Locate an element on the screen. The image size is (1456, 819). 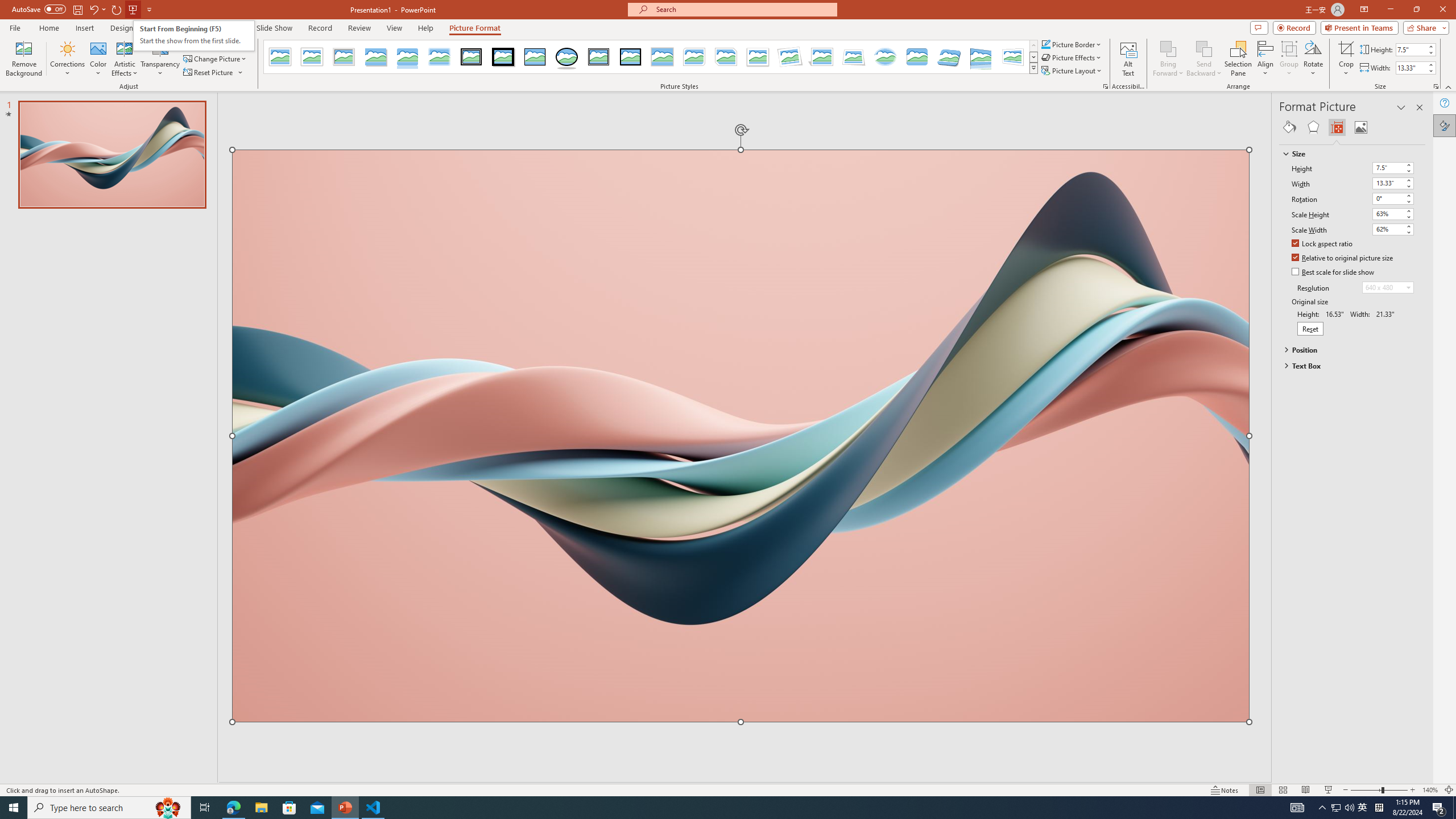
'Beveled Matte, White' is located at coordinates (312, 56).